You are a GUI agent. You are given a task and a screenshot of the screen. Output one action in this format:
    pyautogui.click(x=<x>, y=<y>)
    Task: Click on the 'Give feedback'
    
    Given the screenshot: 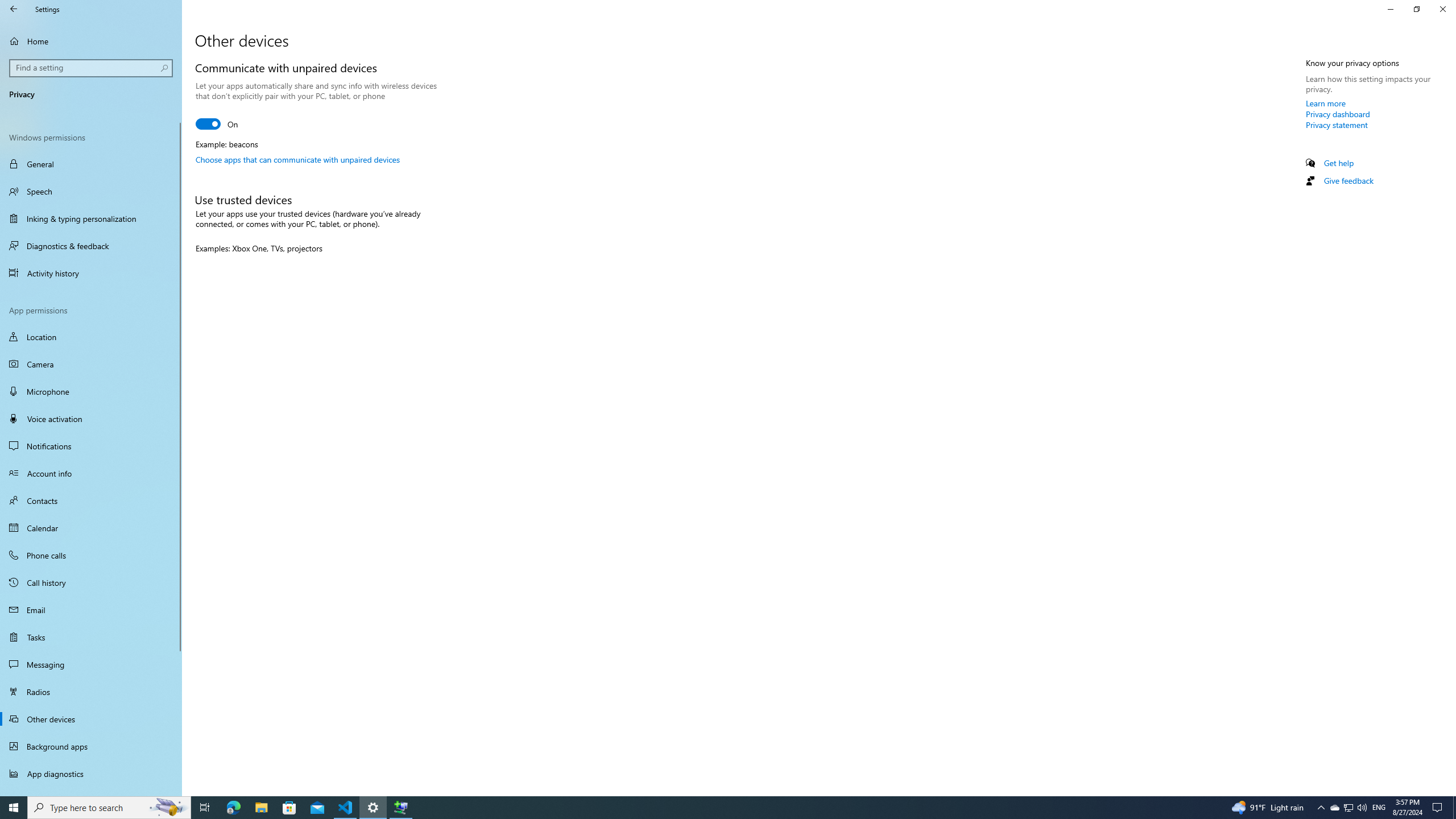 What is the action you would take?
    pyautogui.click(x=1347, y=180)
    